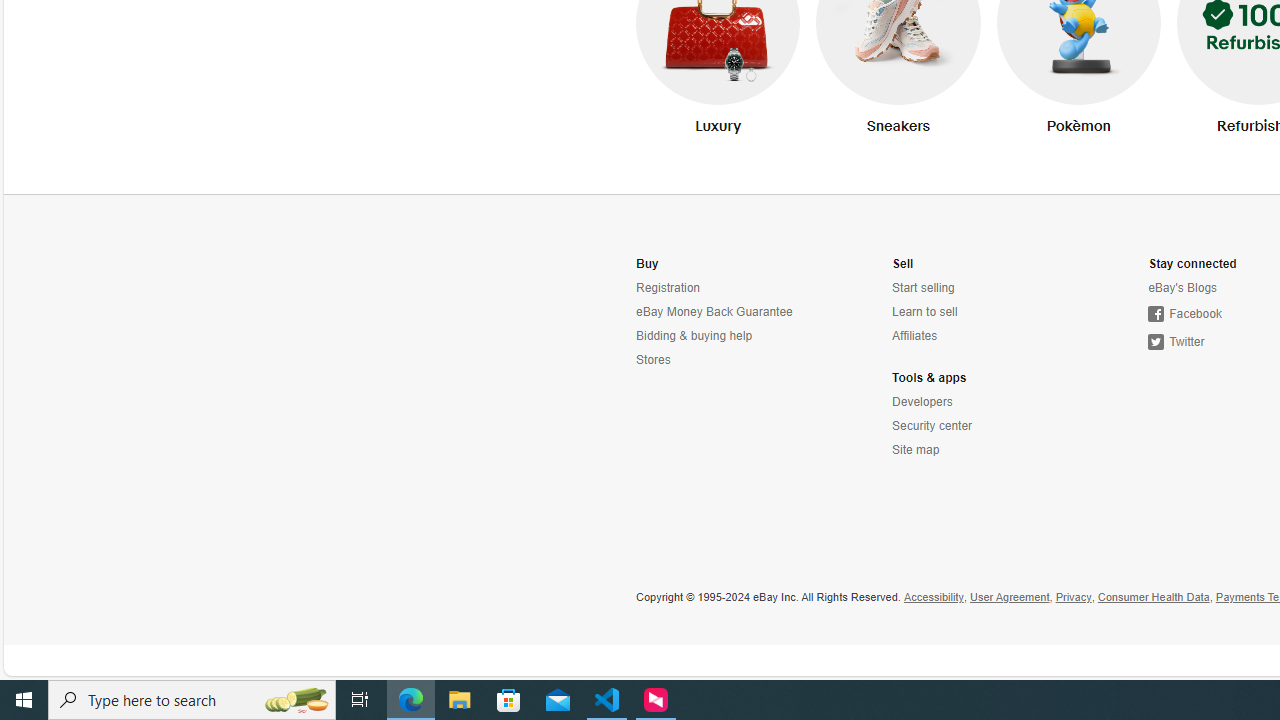 Image resolution: width=1280 pixels, height=720 pixels. I want to click on 'Security center', so click(931, 425).